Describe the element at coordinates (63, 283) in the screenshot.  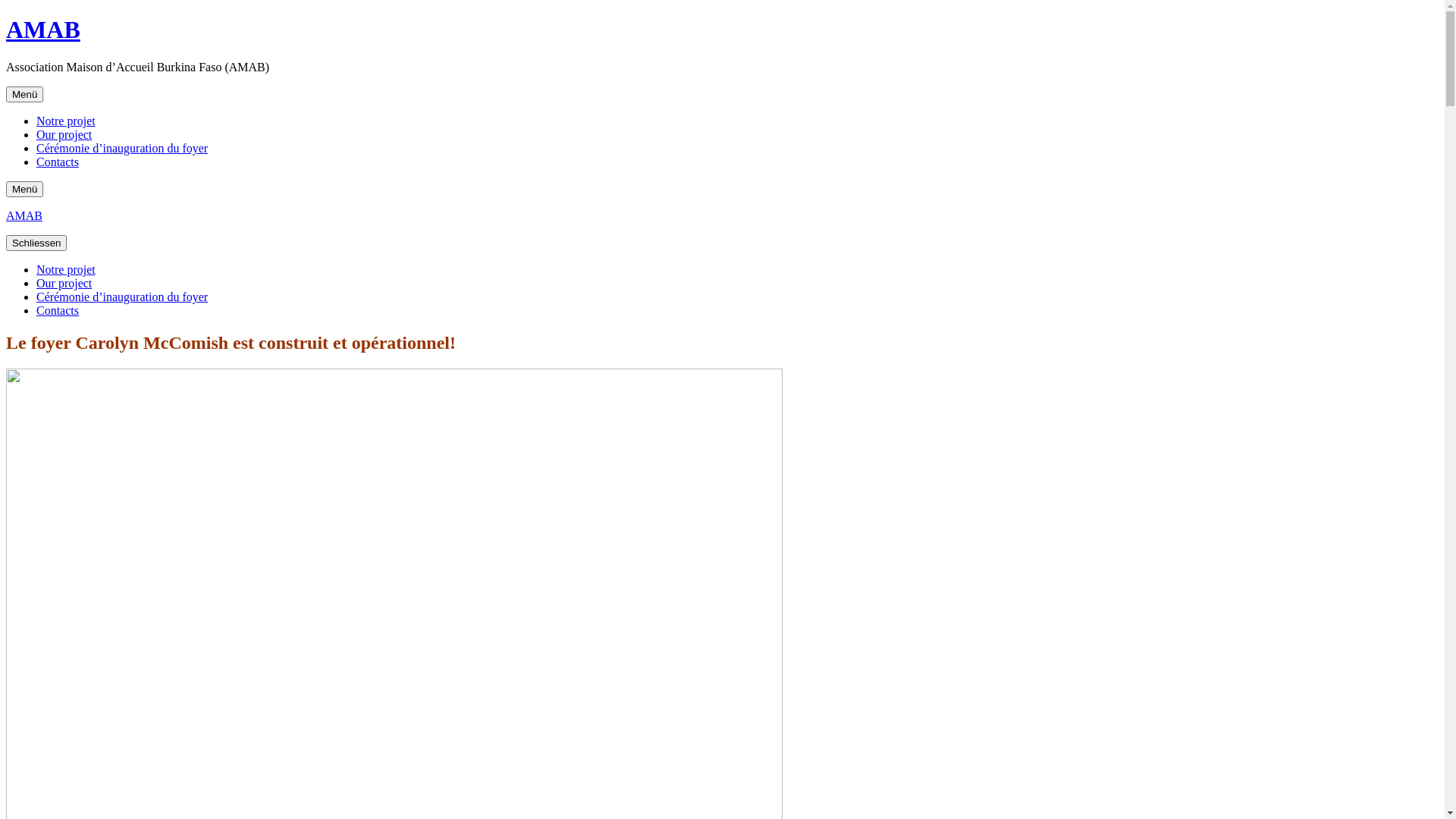
I see `'Our project'` at that location.